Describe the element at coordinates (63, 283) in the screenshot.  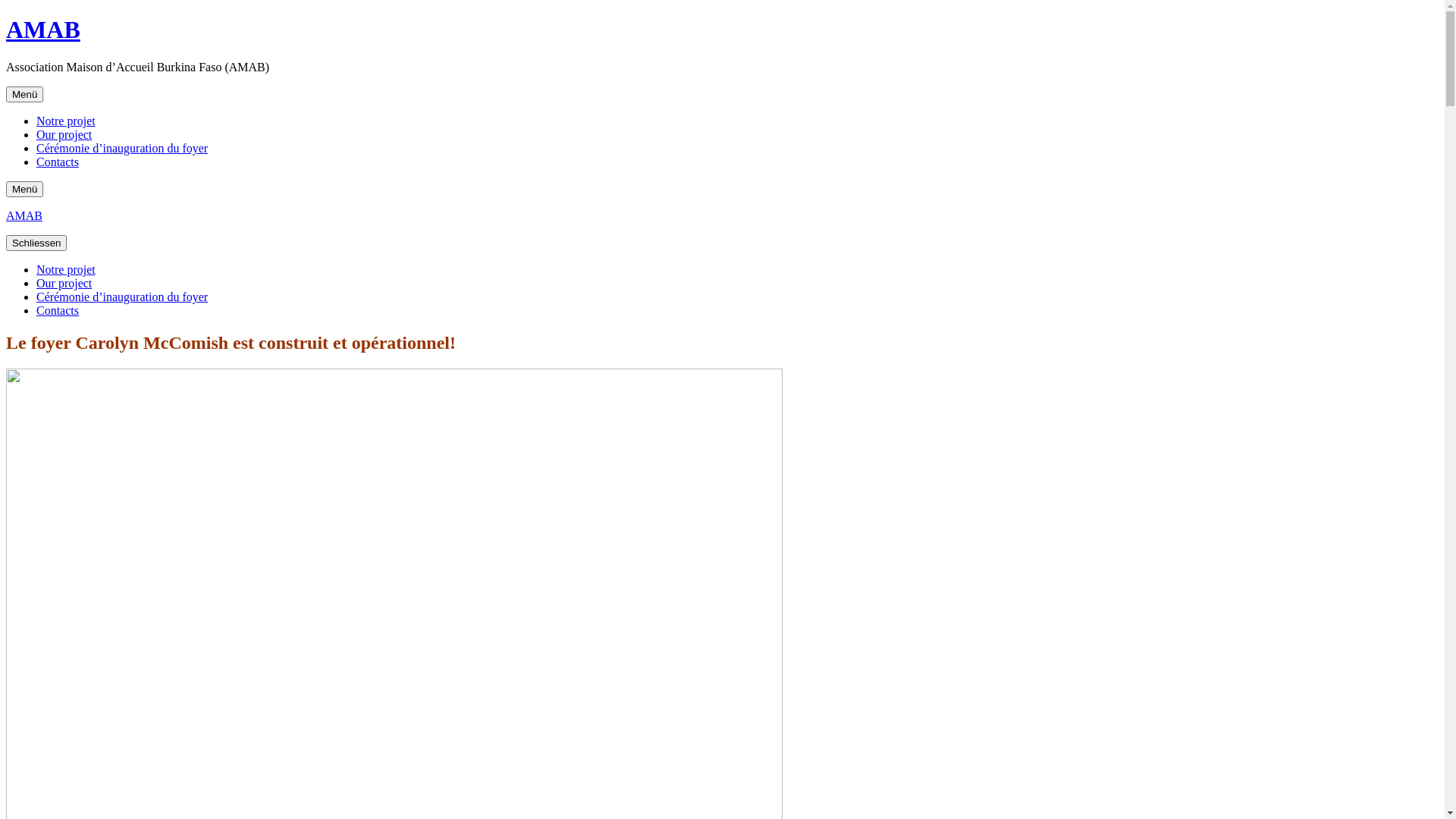
I see `'Our project'` at that location.